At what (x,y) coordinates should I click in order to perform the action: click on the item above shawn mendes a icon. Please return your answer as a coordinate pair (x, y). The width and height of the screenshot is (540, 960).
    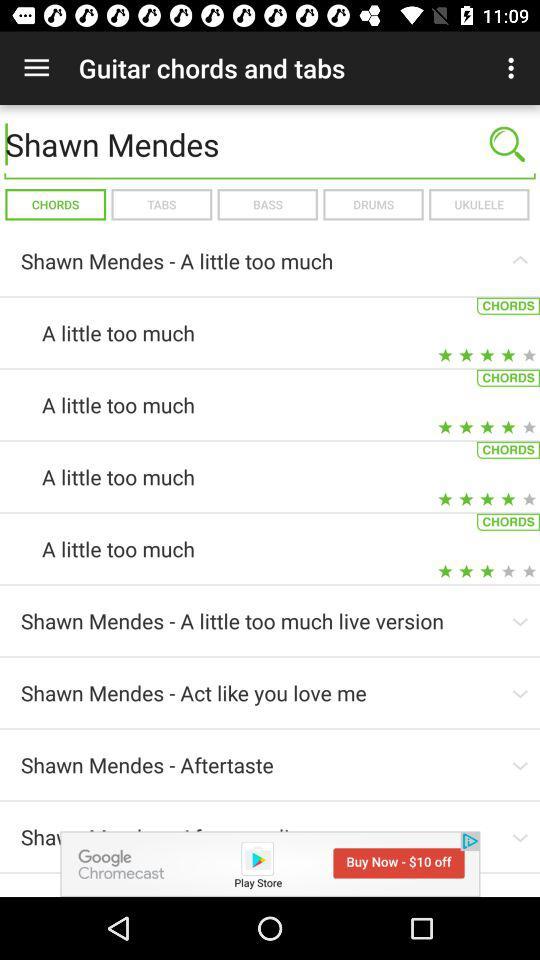
    Looking at the image, I should click on (267, 204).